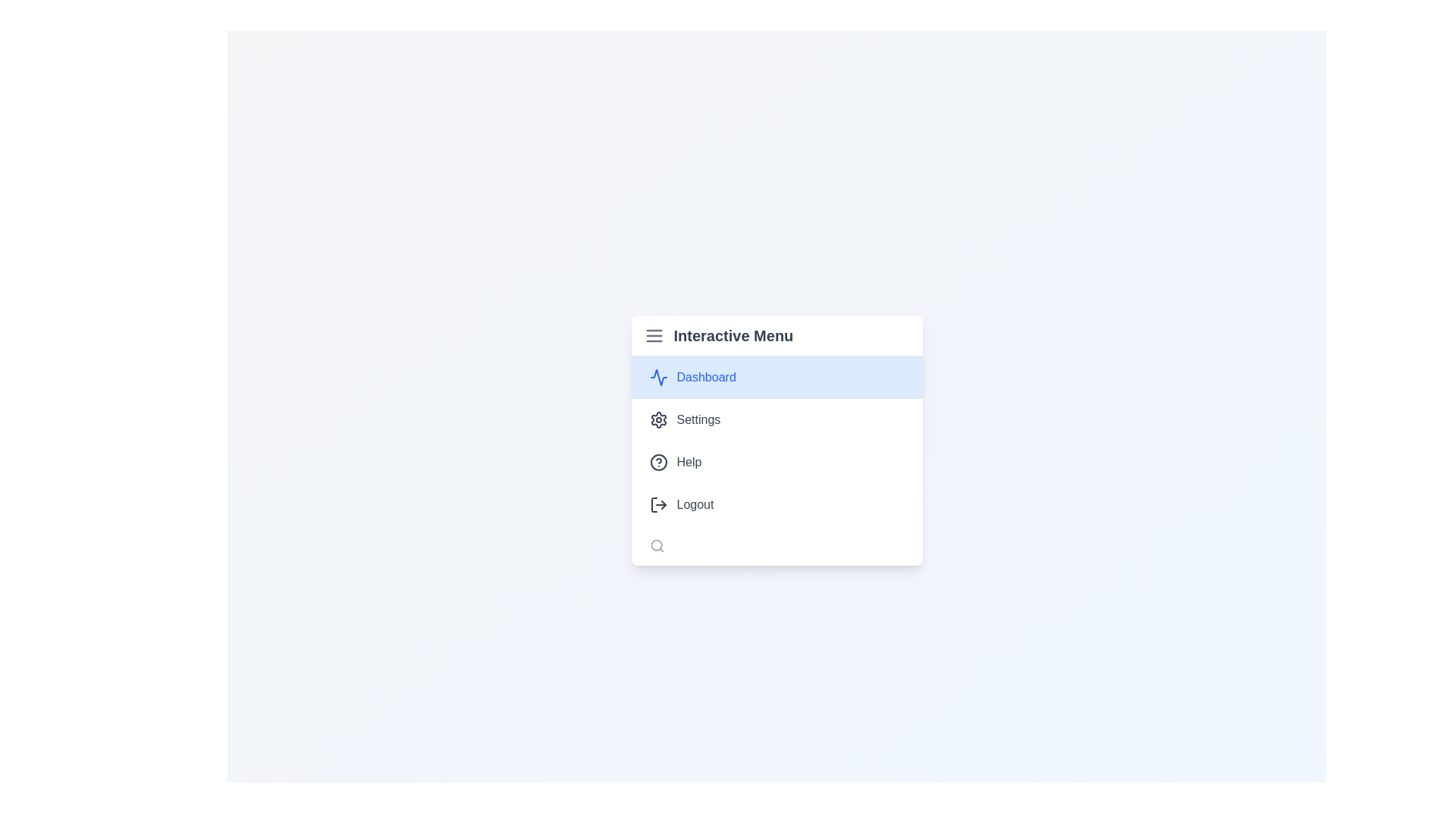 The height and width of the screenshot is (819, 1456). I want to click on the header element at the top of the menu section, which is the first item above 'Dashboard' and 'Settings', so click(777, 335).